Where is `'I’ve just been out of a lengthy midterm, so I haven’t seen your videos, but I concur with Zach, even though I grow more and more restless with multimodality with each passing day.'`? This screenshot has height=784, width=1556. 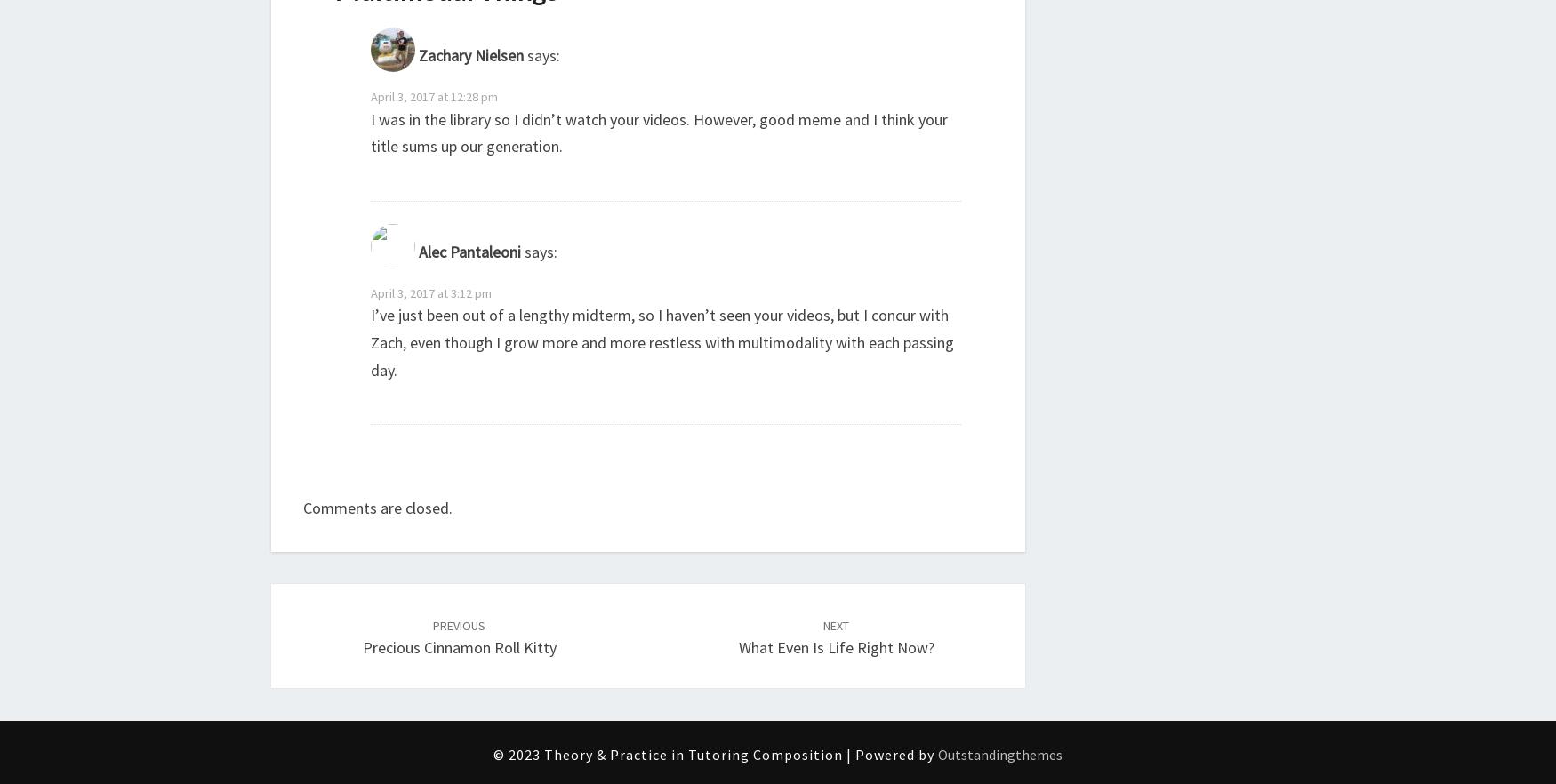 'I’ve just been out of a lengthy midterm, so I haven’t seen your videos, but I concur with Zach, even though I grow more and more restless with multimodality with each passing day.' is located at coordinates (662, 341).